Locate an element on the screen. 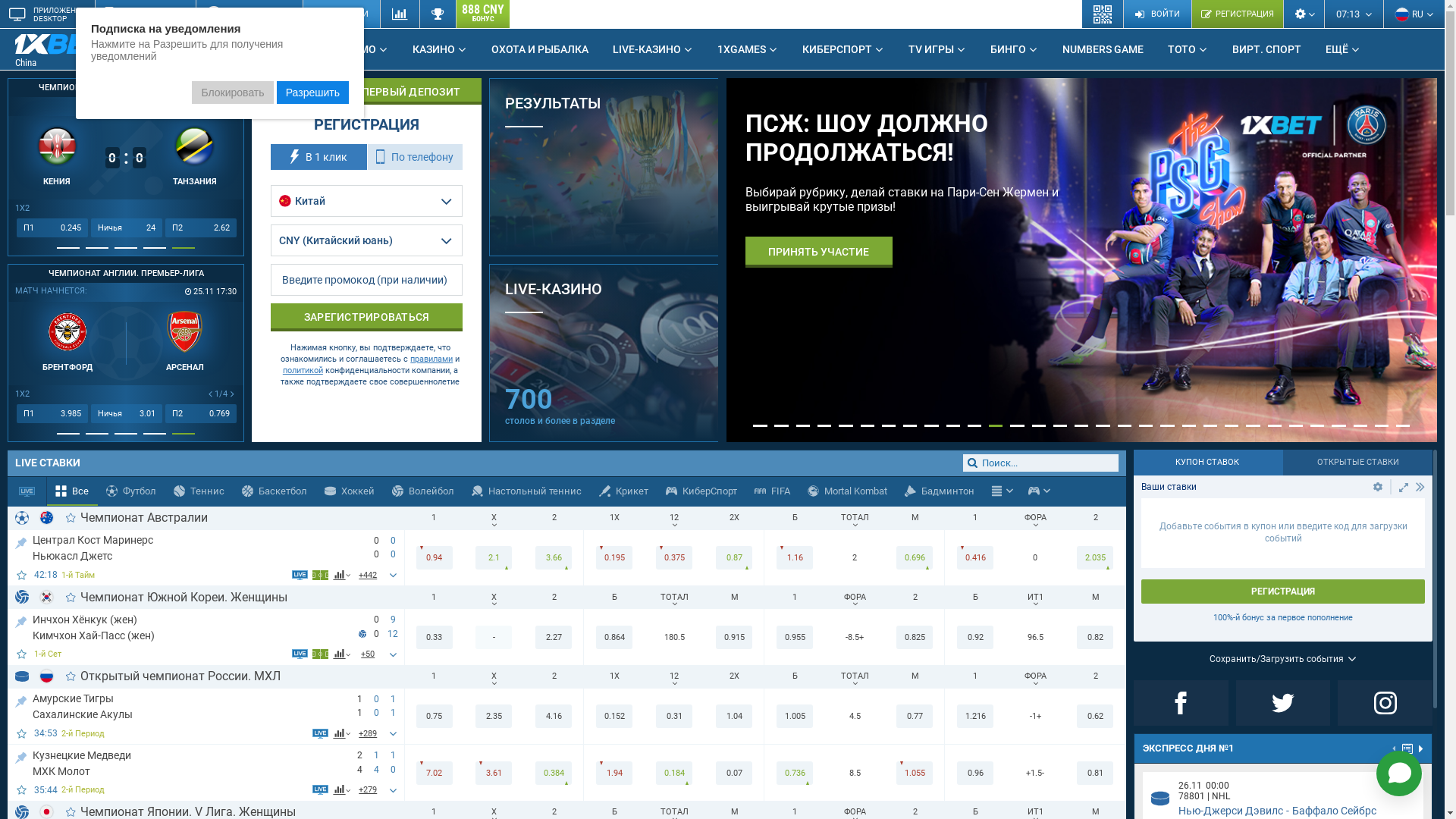  'FIFA' is located at coordinates (745, 491).